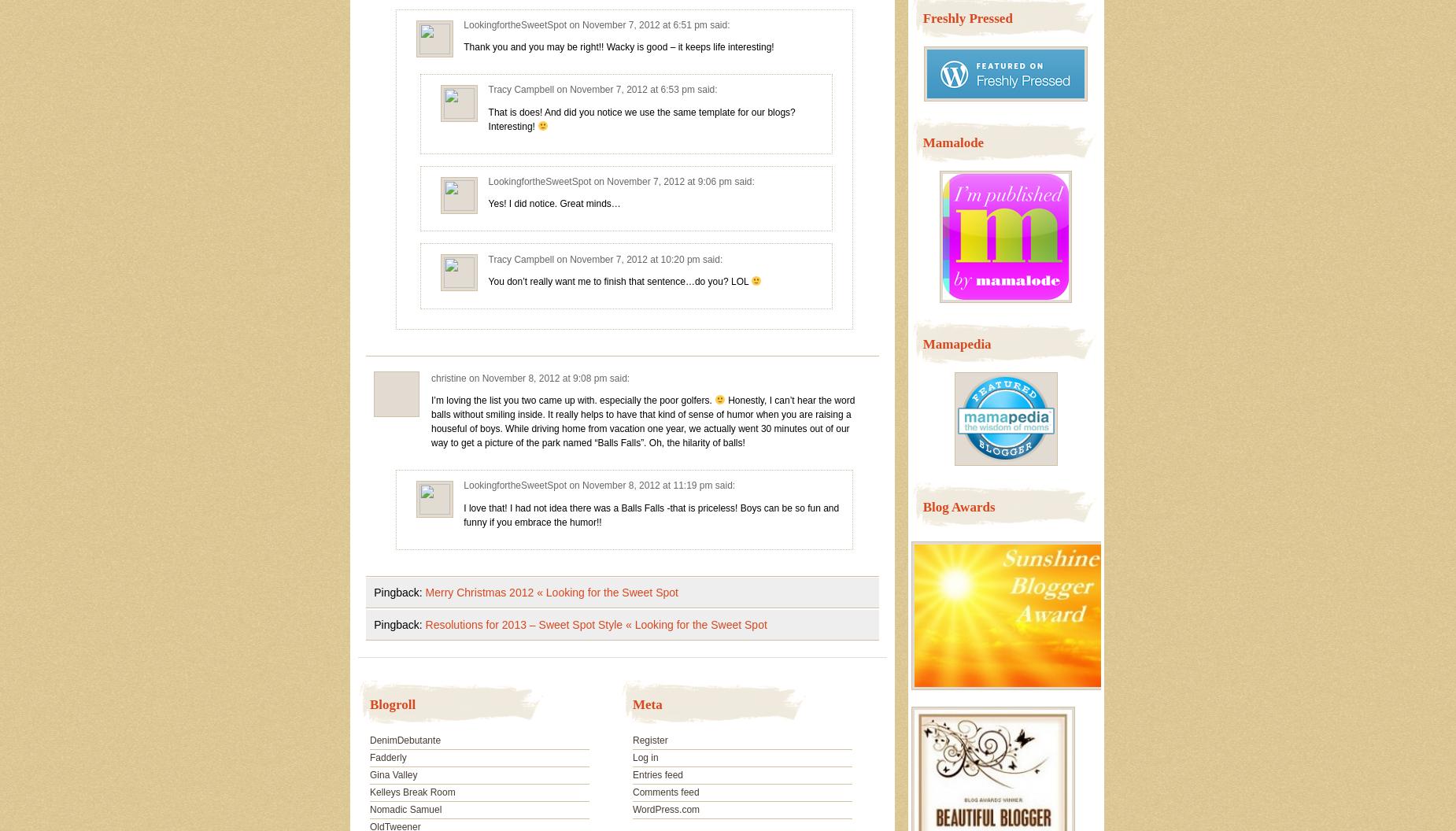  Describe the element at coordinates (665, 791) in the screenshot. I see `'Comments feed'` at that location.